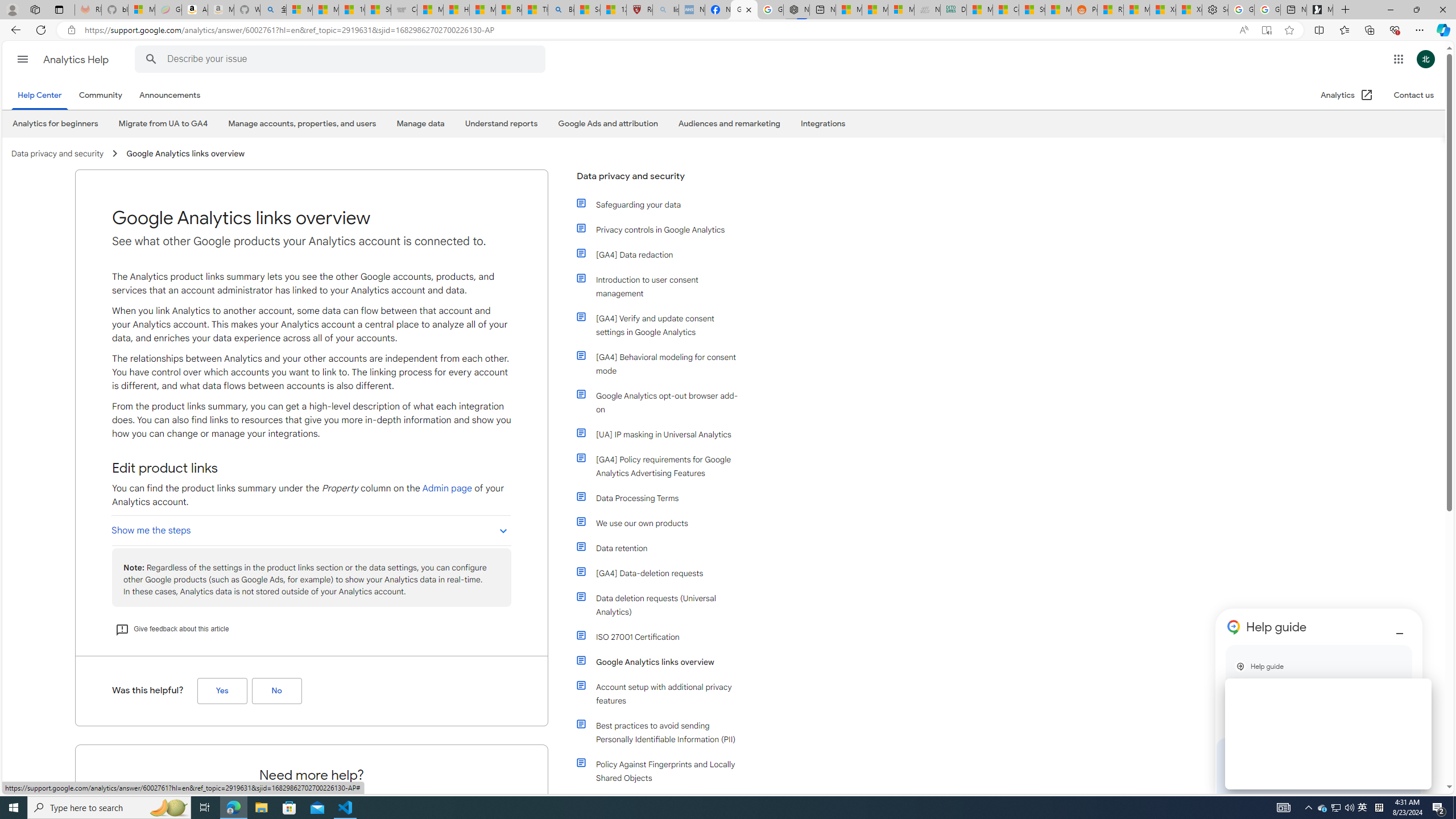 This screenshot has height=819, width=1456. What do you see at coordinates (607, 124) in the screenshot?
I see `'Google Ads and attribution'` at bounding box center [607, 124].